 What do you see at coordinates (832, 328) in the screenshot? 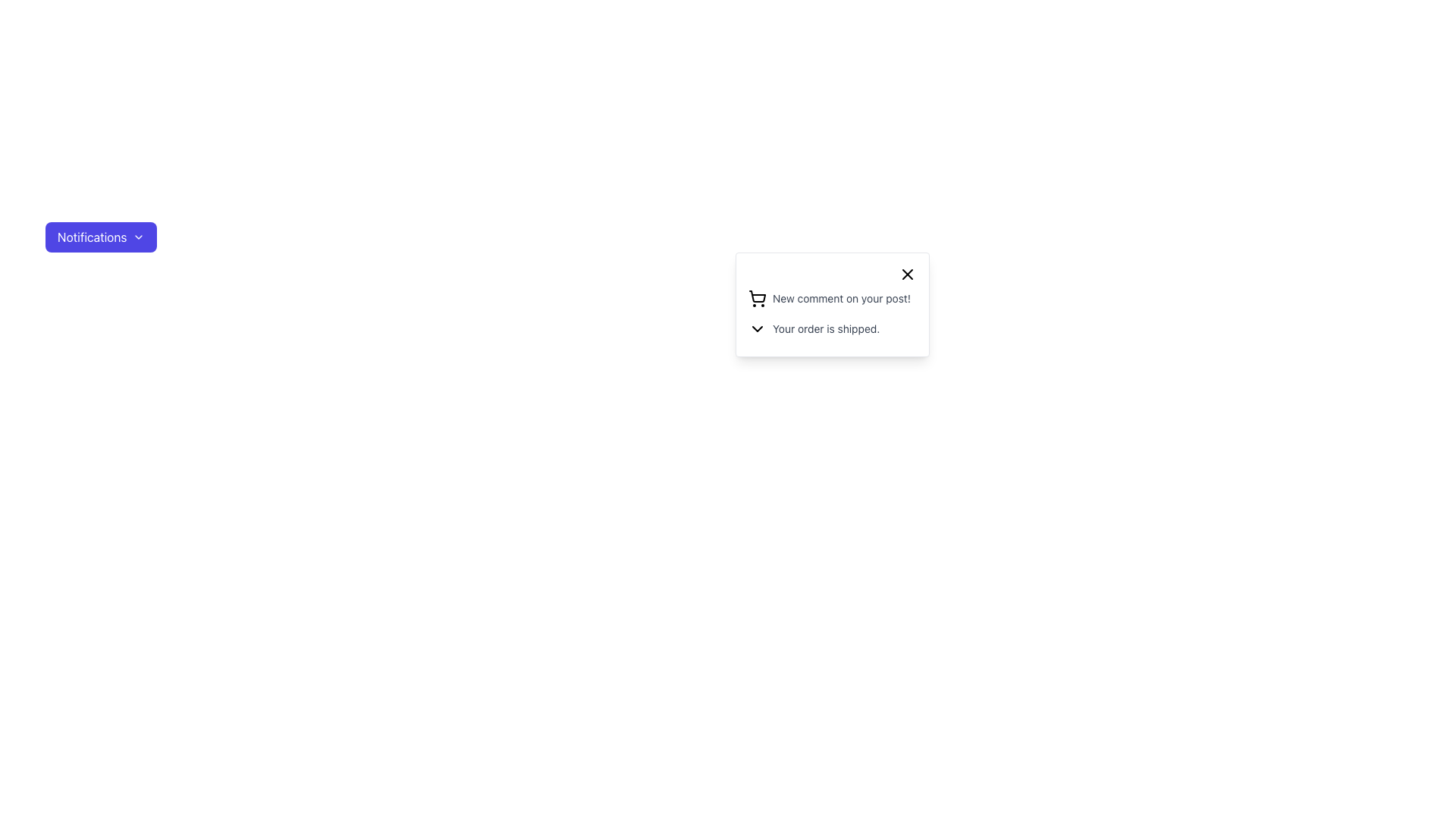
I see `the downward-facing chevron icon on the second notification entry that contains the text 'Your order is shipped.'` at bounding box center [832, 328].